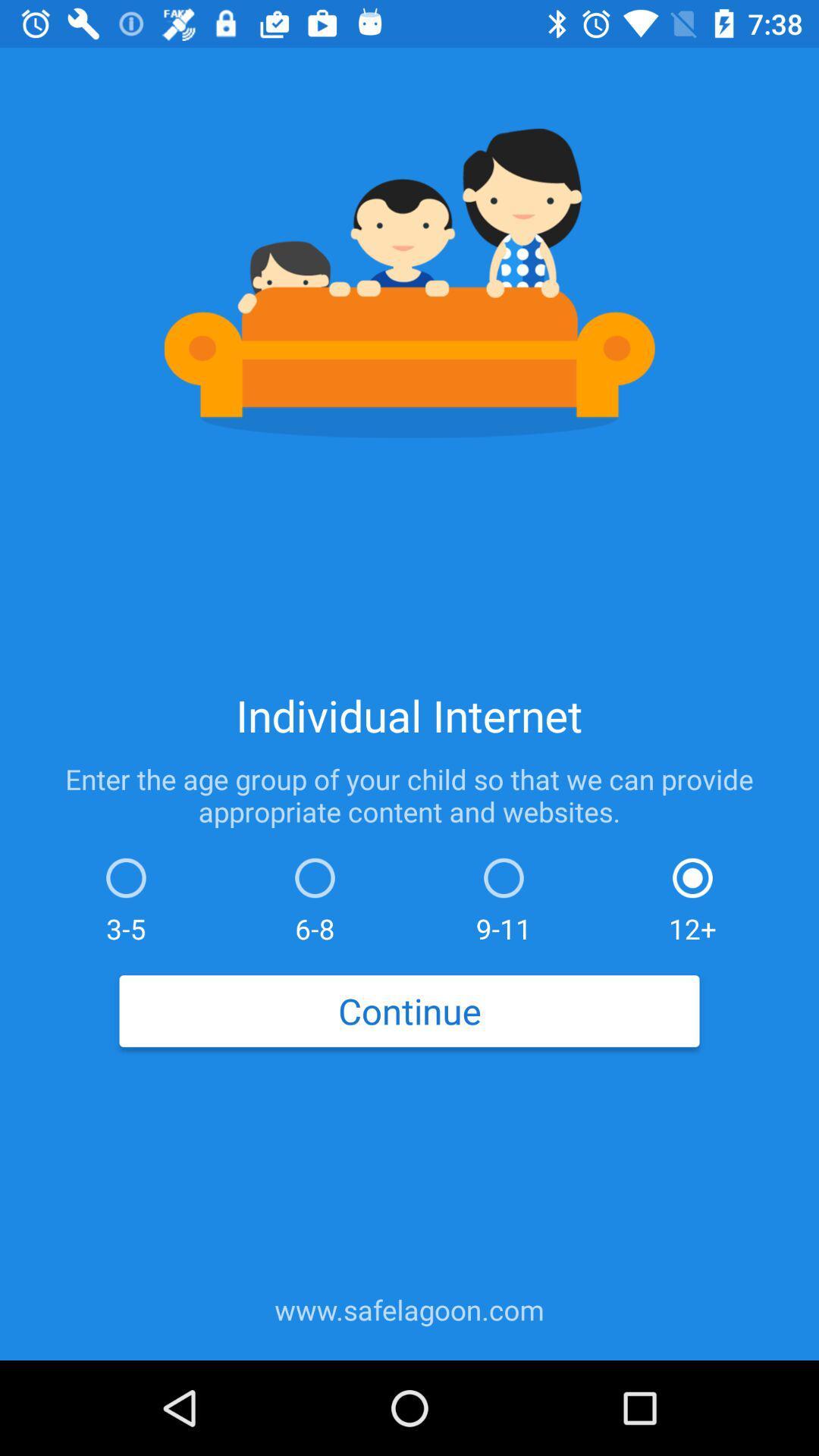 The image size is (819, 1456). I want to click on the item next to 9-11 item, so click(314, 896).